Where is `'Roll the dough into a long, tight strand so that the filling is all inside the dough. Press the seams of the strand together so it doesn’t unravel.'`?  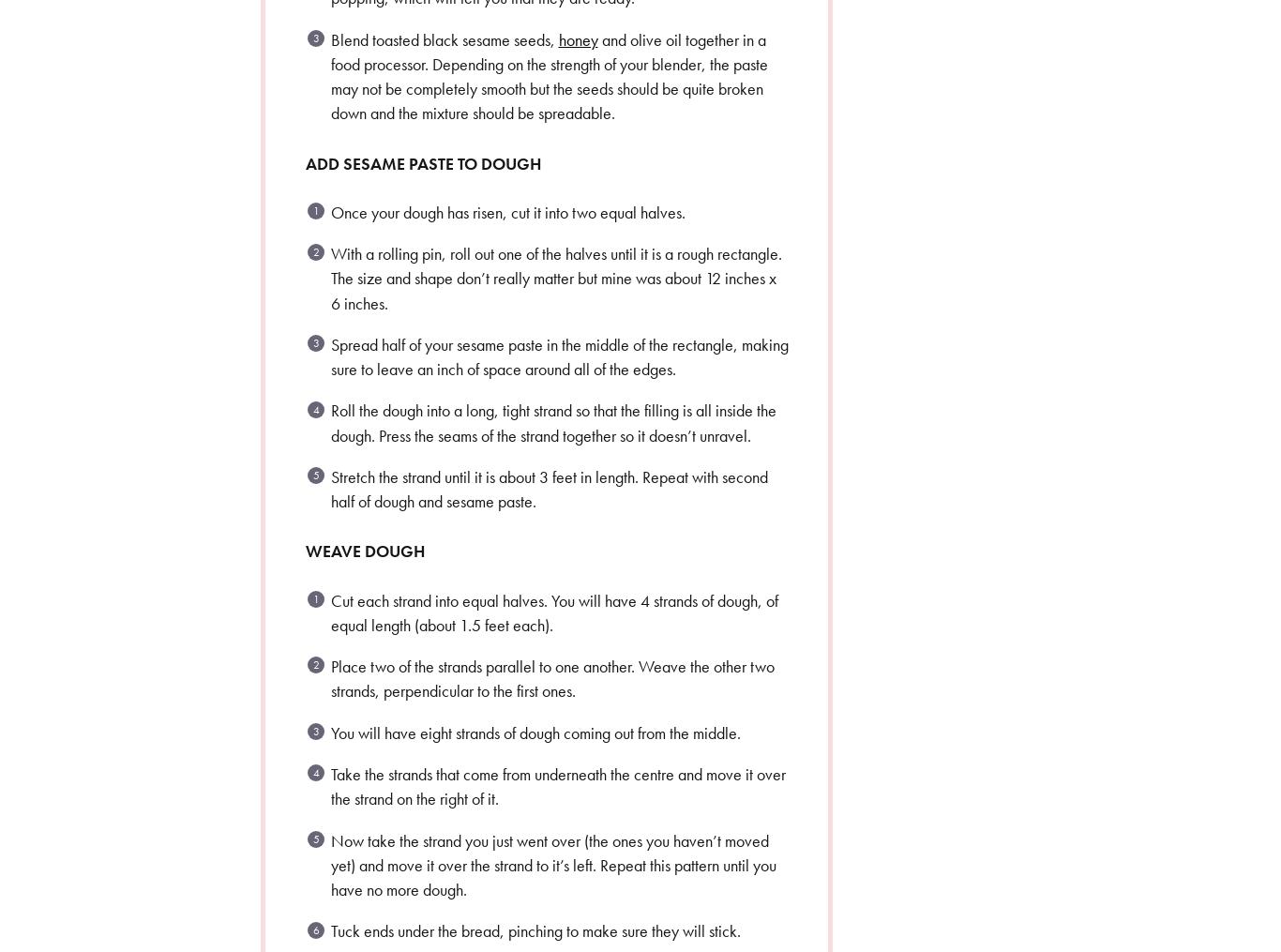 'Roll the dough into a long, tight strand so that the filling is all inside the dough. Press the seams of the strand together so it doesn’t unravel.' is located at coordinates (551, 421).